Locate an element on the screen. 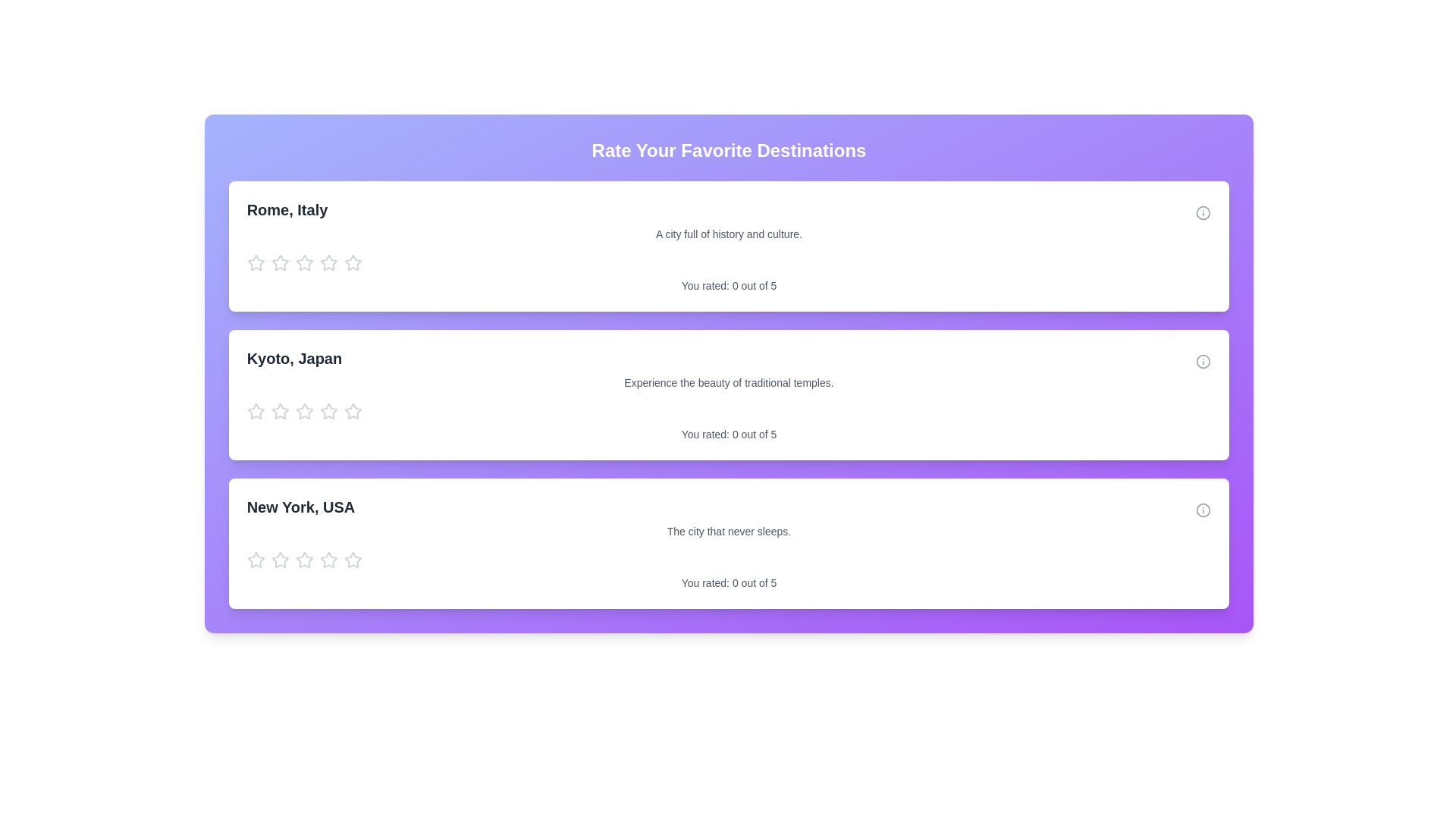  the information icon located on the right side of the second row, which corresponds to the 'Kyoto, Japan' entry is located at coordinates (1203, 362).